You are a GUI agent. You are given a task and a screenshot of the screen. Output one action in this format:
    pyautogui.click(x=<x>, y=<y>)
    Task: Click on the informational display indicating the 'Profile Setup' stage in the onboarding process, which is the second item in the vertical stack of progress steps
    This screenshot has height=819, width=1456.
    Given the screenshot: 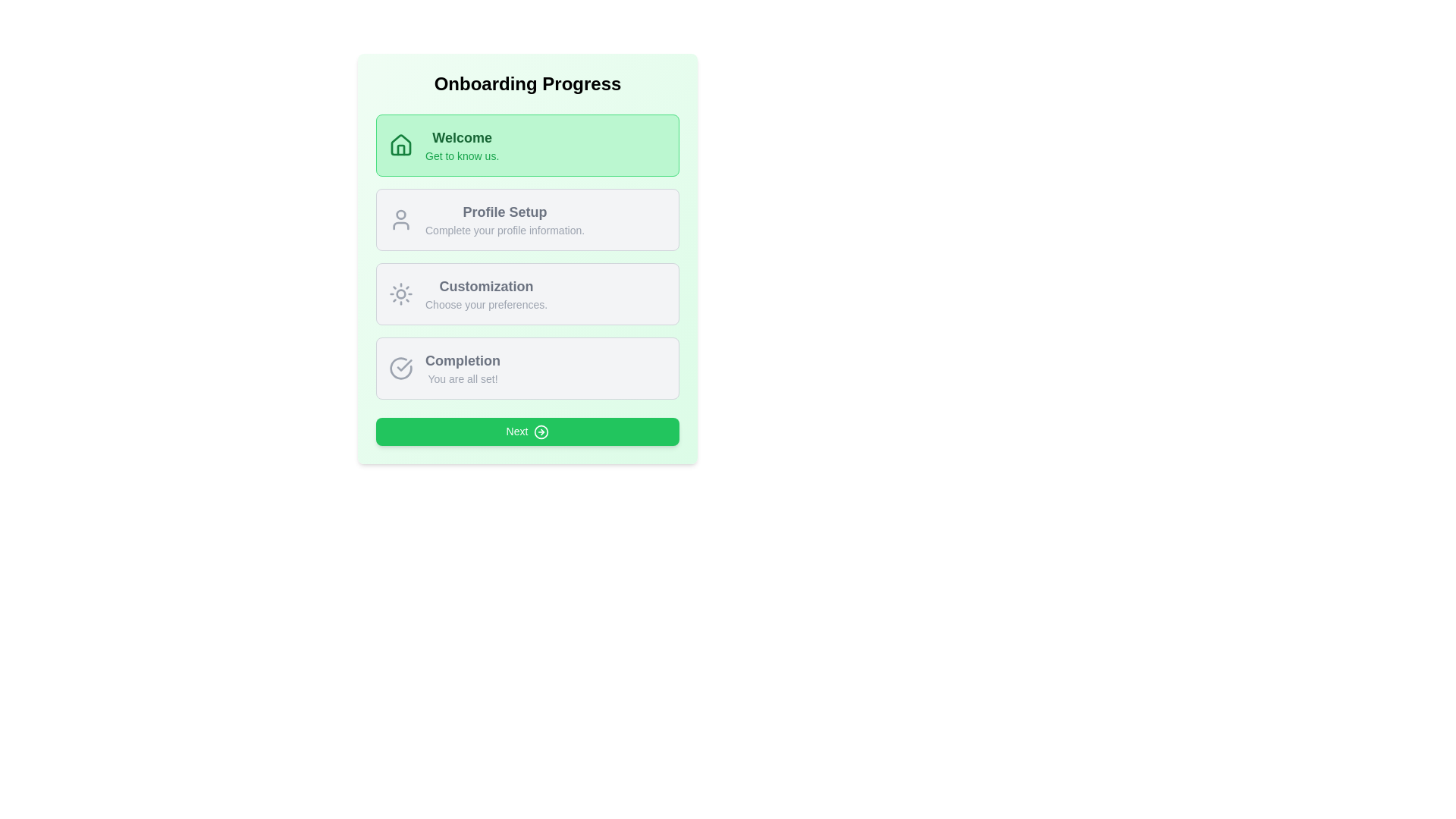 What is the action you would take?
    pyautogui.click(x=505, y=219)
    